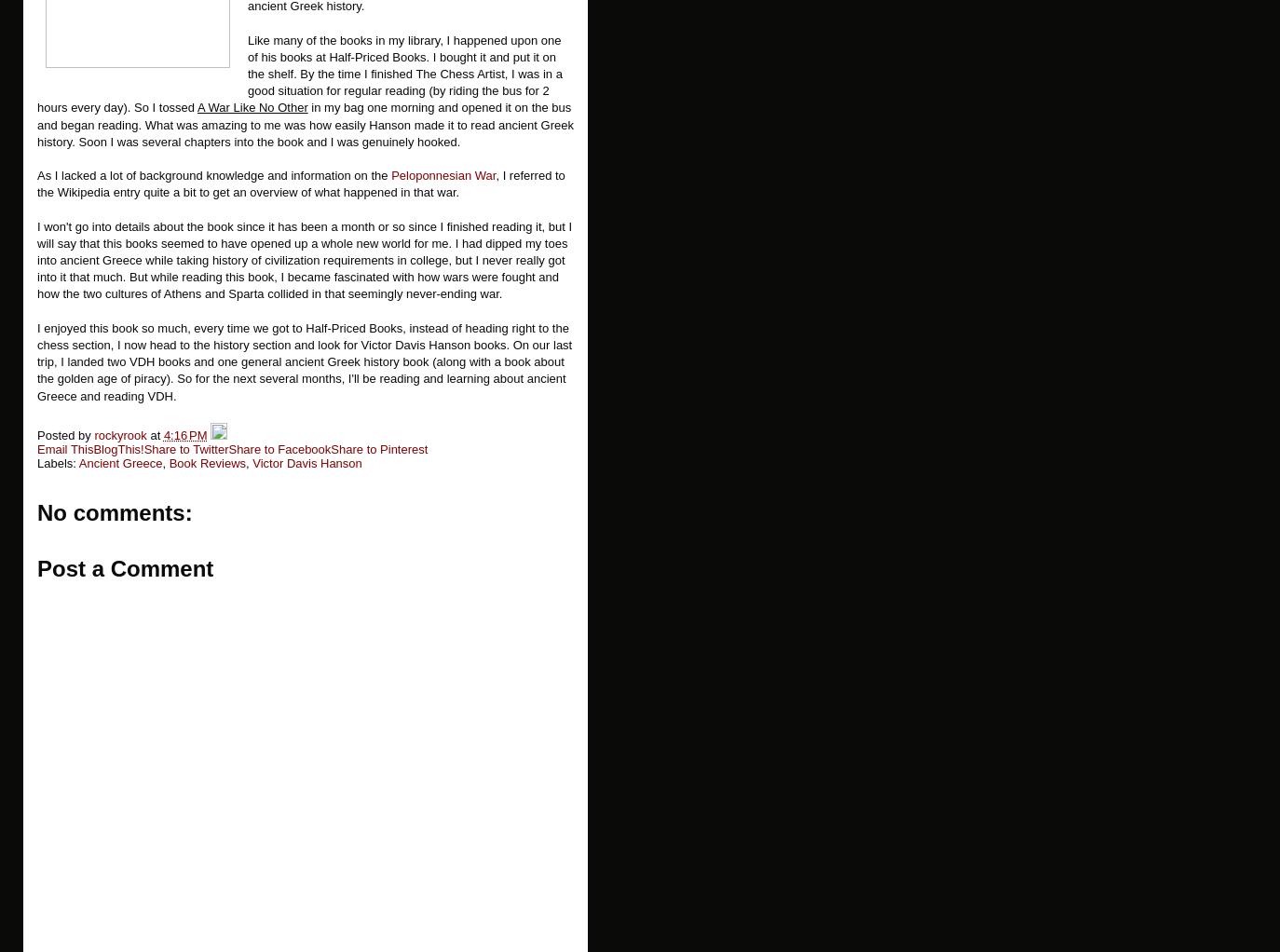 This screenshot has height=952, width=1280. Describe the element at coordinates (113, 512) in the screenshot. I see `'No comments:'` at that location.